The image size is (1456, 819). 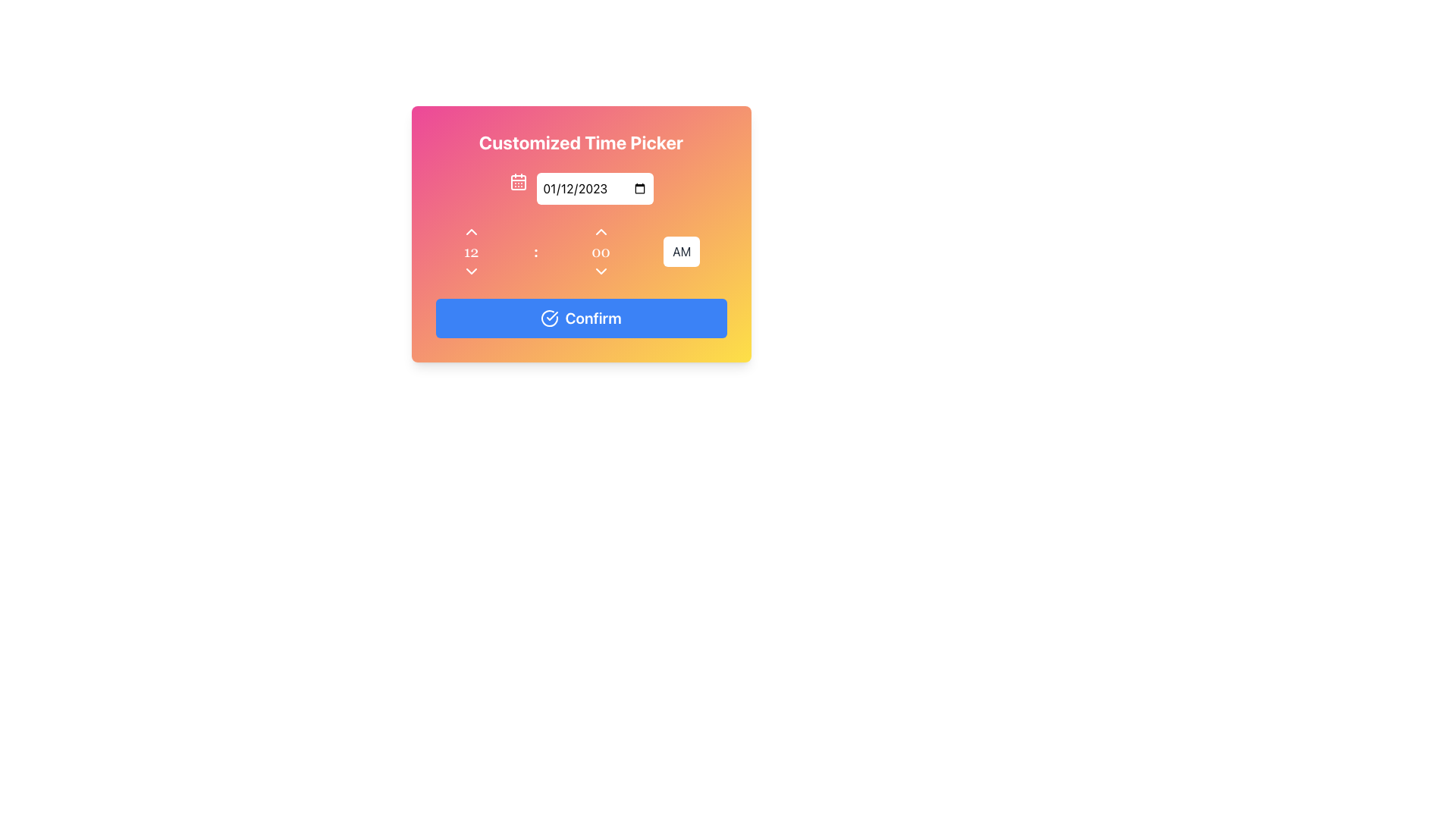 What do you see at coordinates (470, 231) in the screenshot?
I see `the upward-pointing triangular button with a red background located above the displayed time text '12' to increment the value` at bounding box center [470, 231].